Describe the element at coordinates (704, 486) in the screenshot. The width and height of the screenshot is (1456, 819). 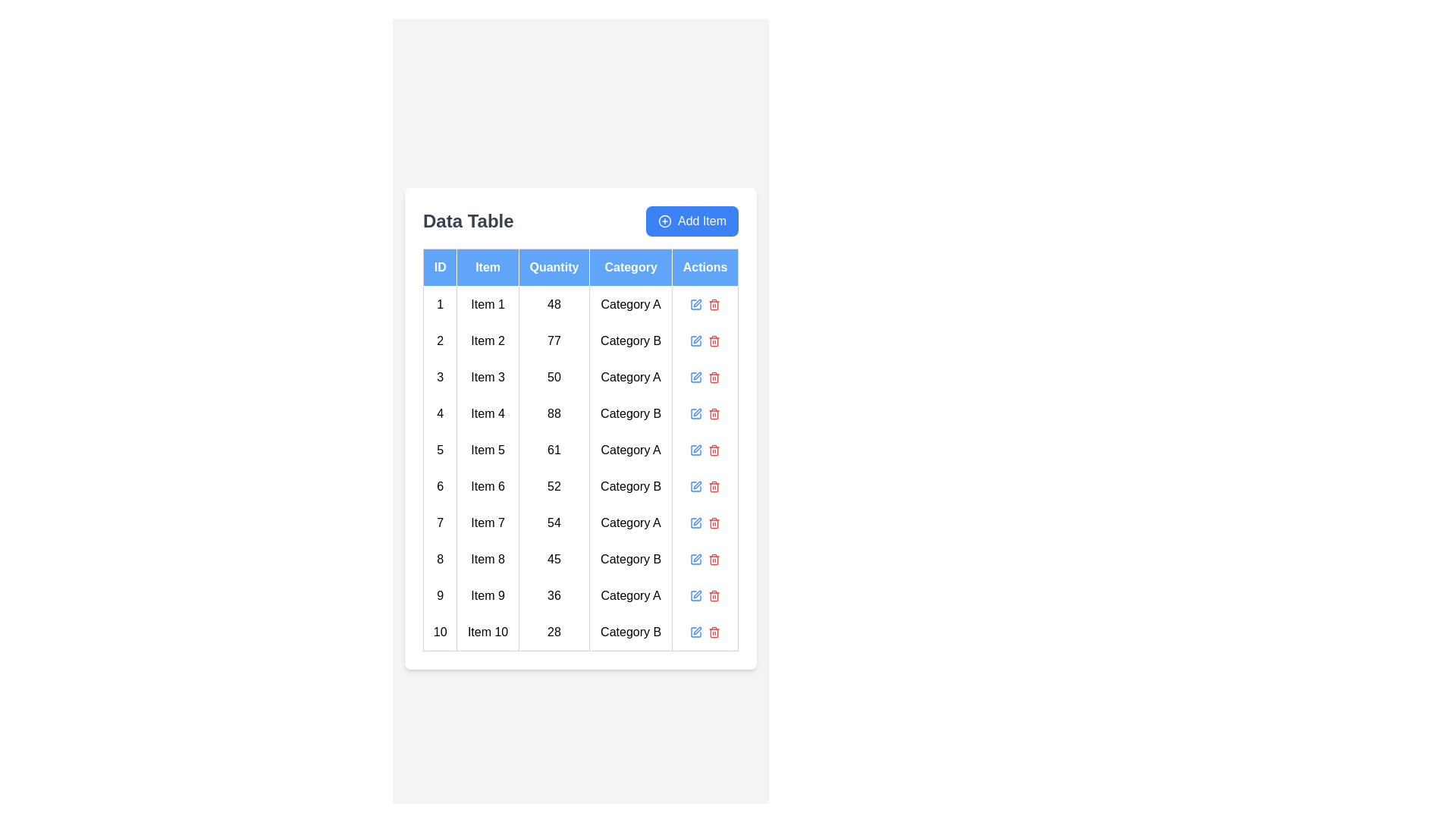
I see `the blue pencil icon in the Actions column of the data table for Item 6` at that location.